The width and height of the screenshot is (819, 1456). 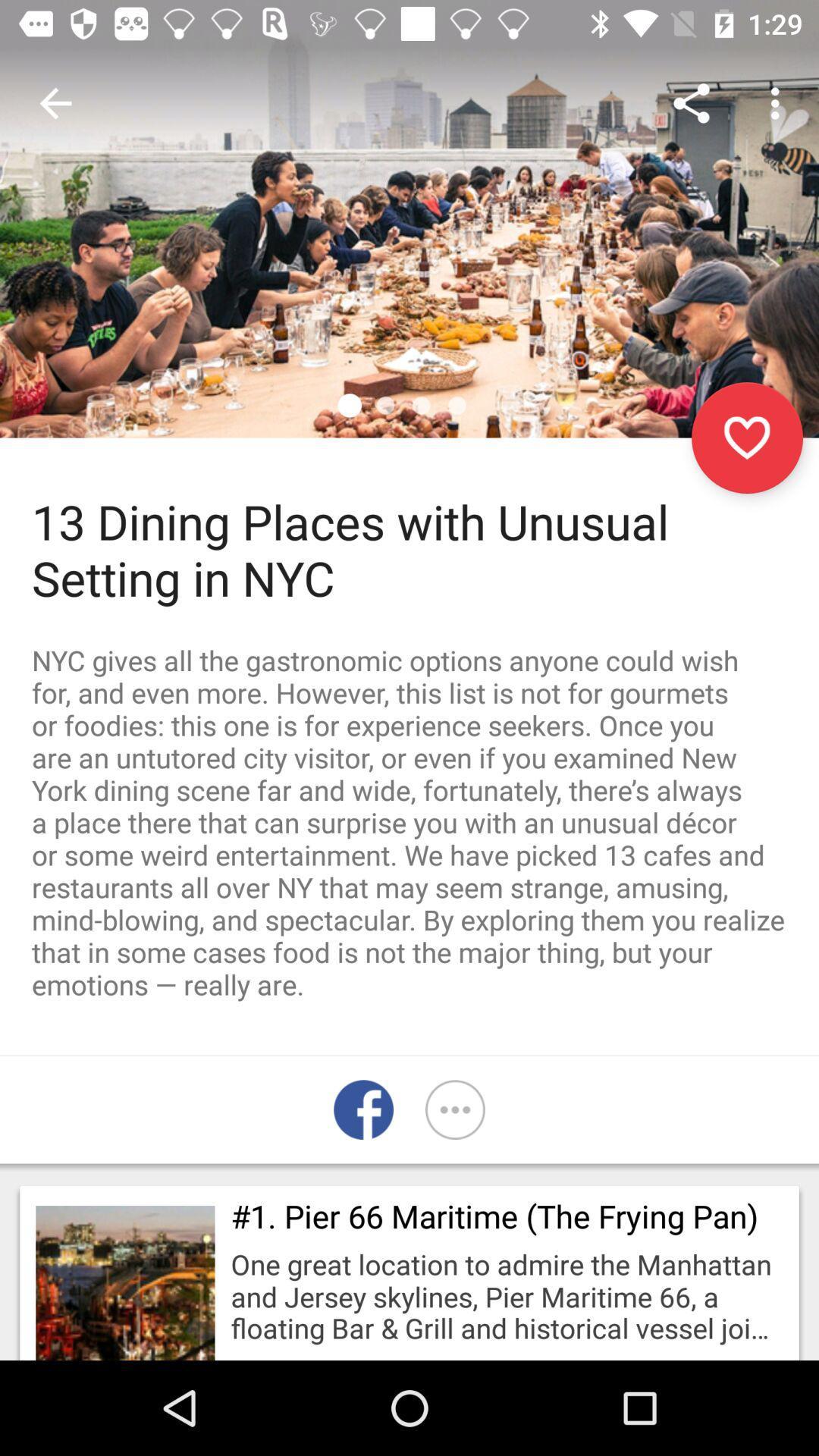 What do you see at coordinates (409, 821) in the screenshot?
I see `nyc gives all` at bounding box center [409, 821].